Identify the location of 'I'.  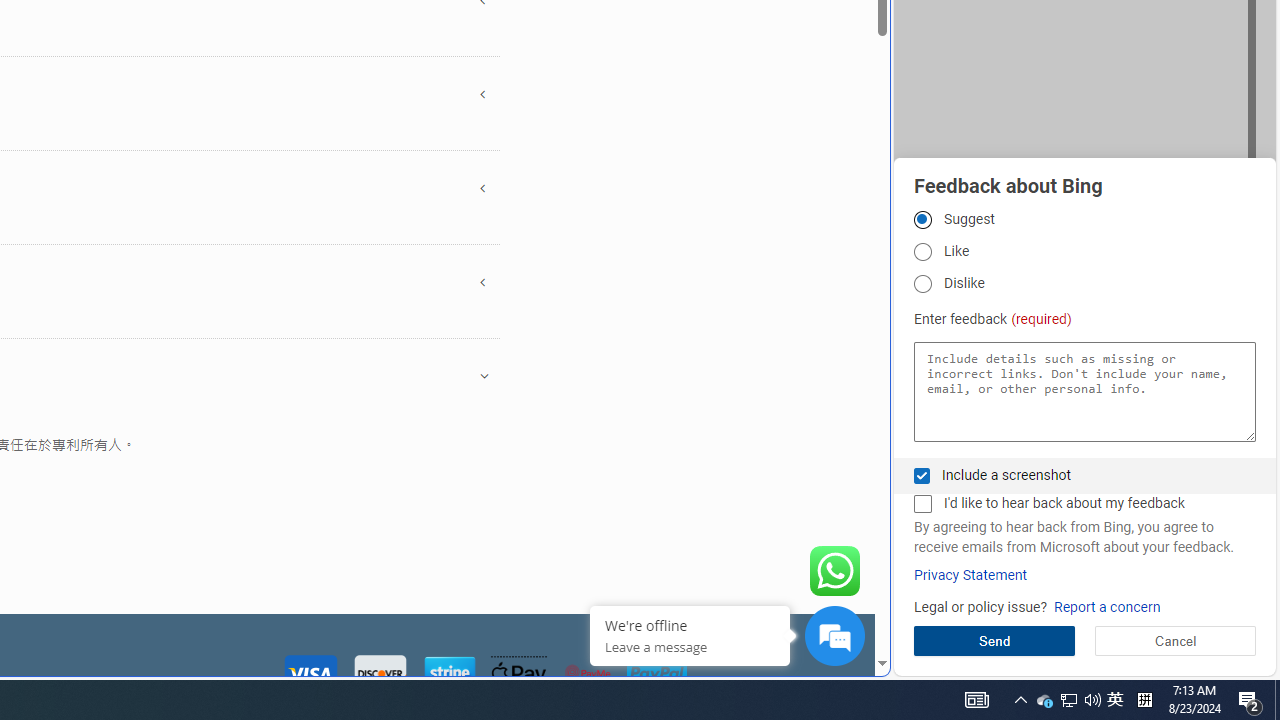
(921, 502).